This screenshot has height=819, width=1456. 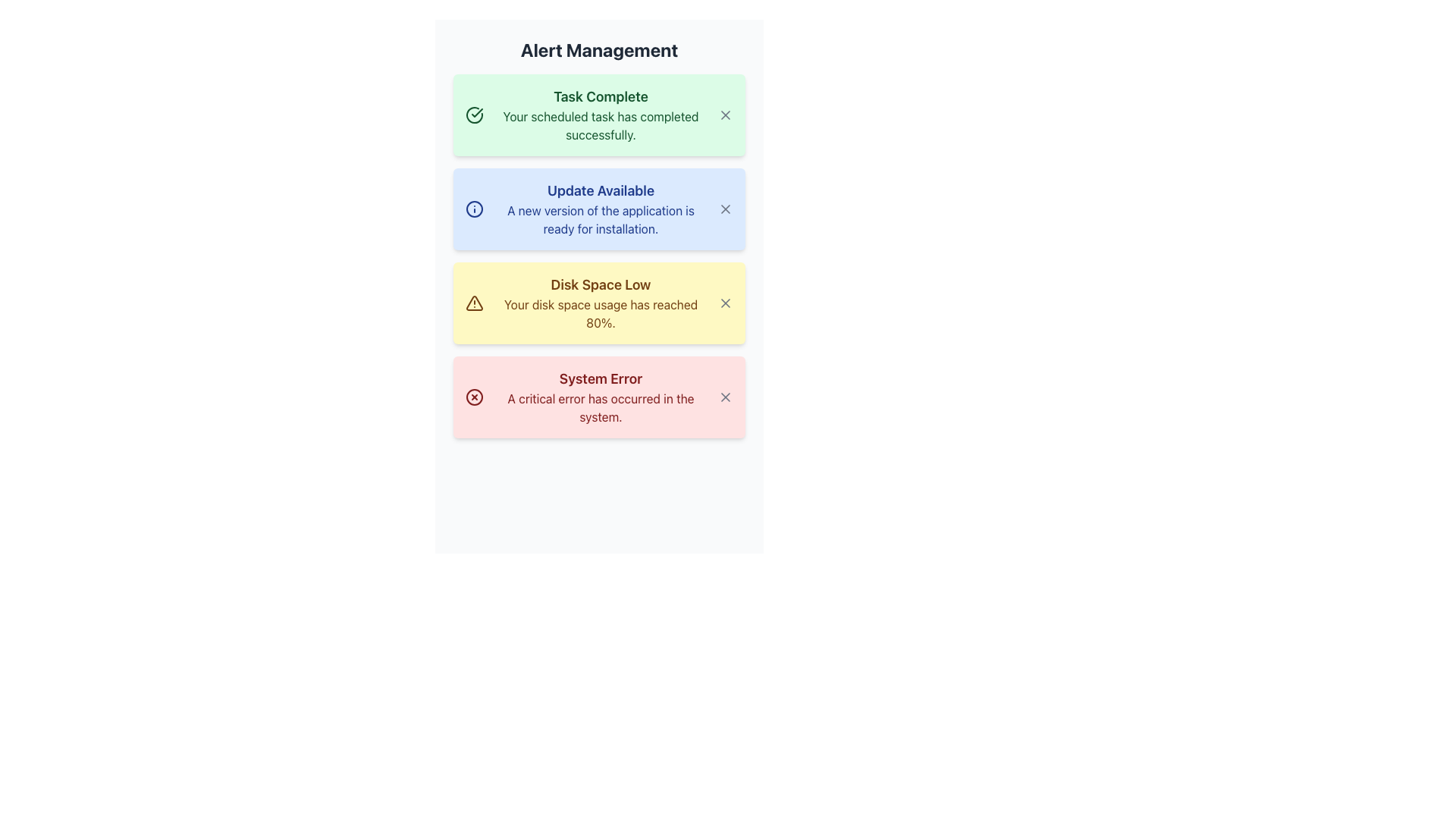 I want to click on the dismiss icon, represented as a diagonal cross ('X'), located in the first alert box titled 'Task Complete' at the far right edge, so click(x=724, y=114).